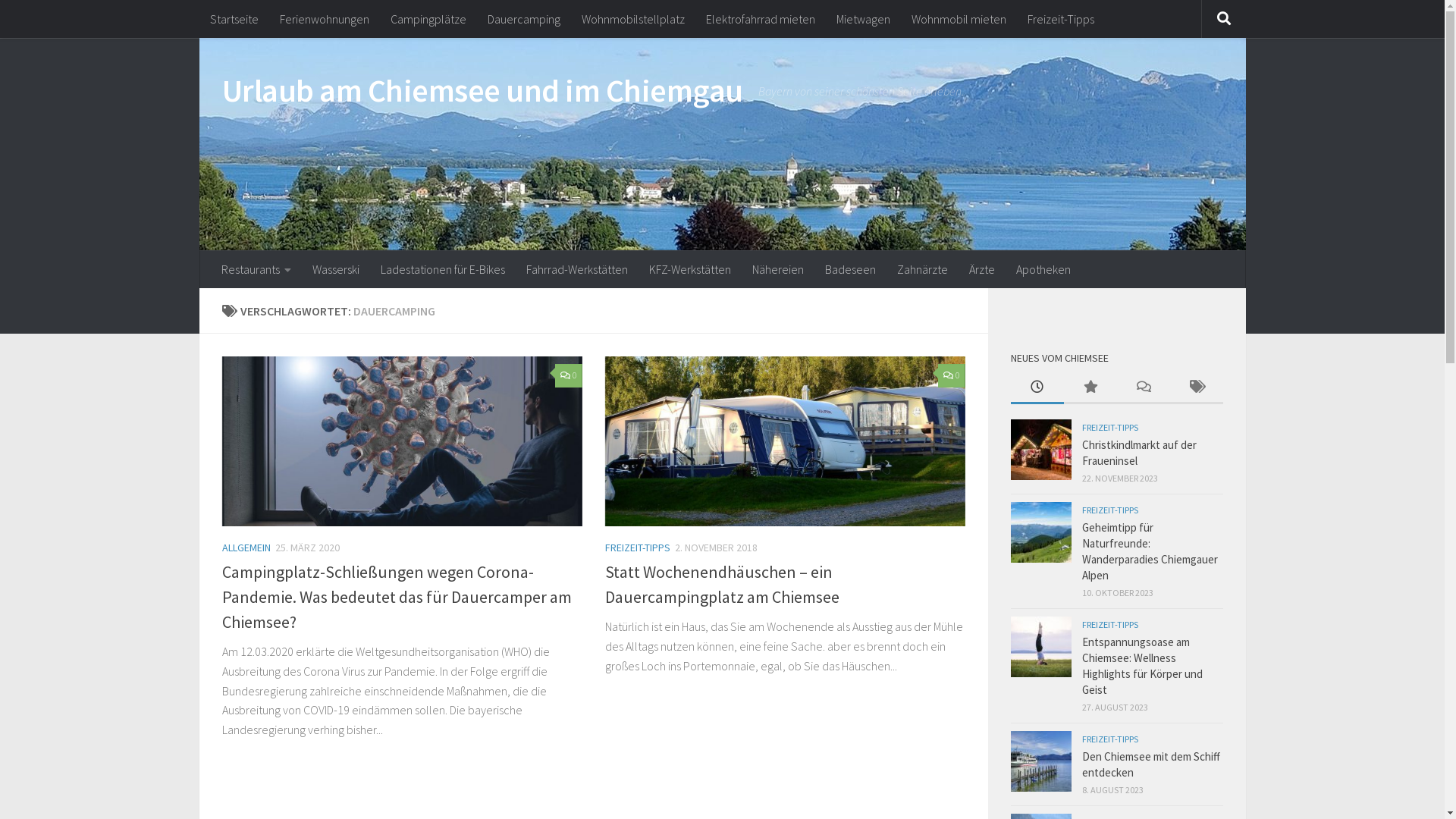 Image resolution: width=1456 pixels, height=819 pixels. Describe the element at coordinates (1109, 624) in the screenshot. I see `'FREIZEIT-TIPPS'` at that location.